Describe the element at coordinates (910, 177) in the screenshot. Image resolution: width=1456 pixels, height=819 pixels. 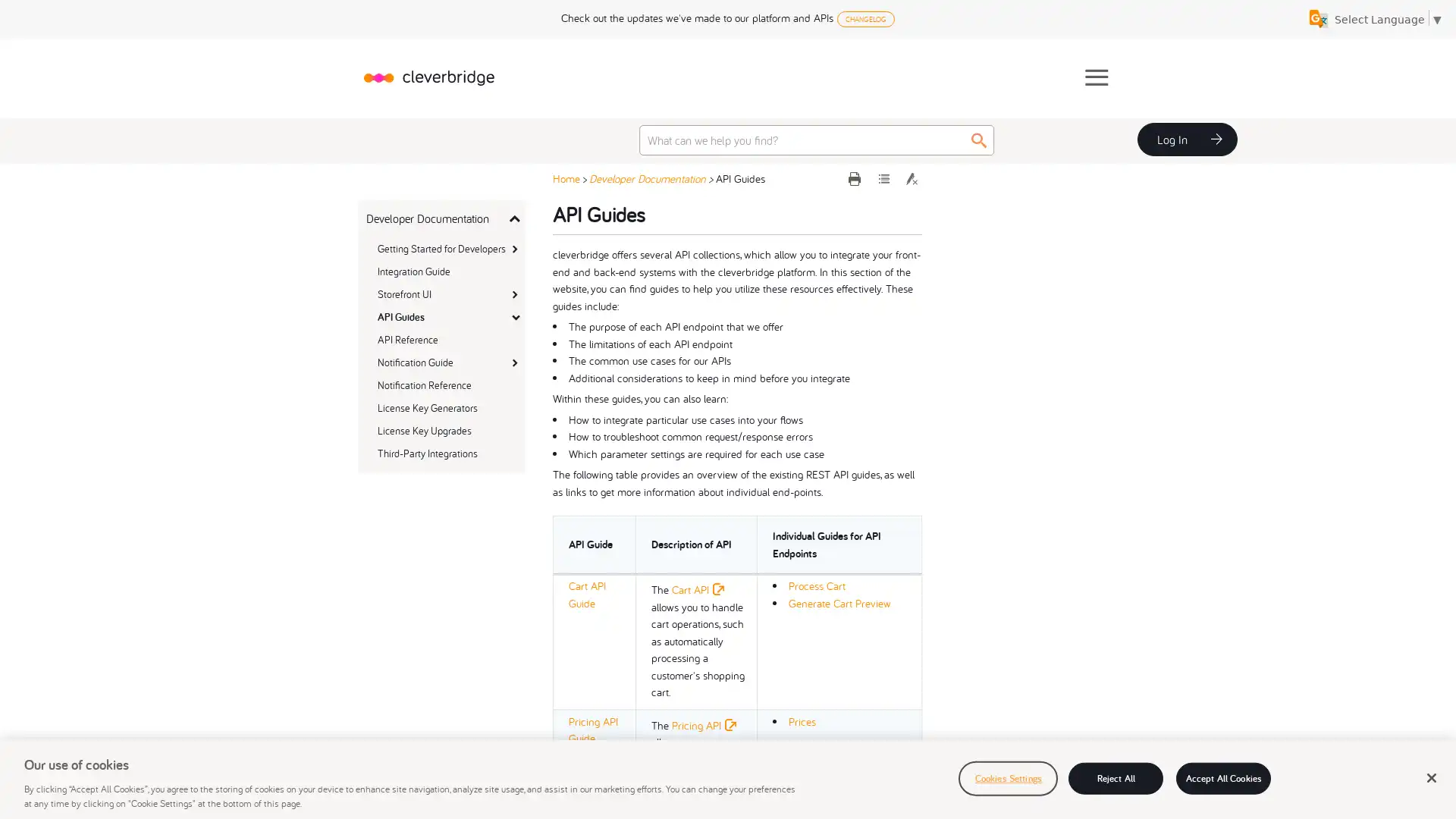
I see `Remove Highlights` at that location.